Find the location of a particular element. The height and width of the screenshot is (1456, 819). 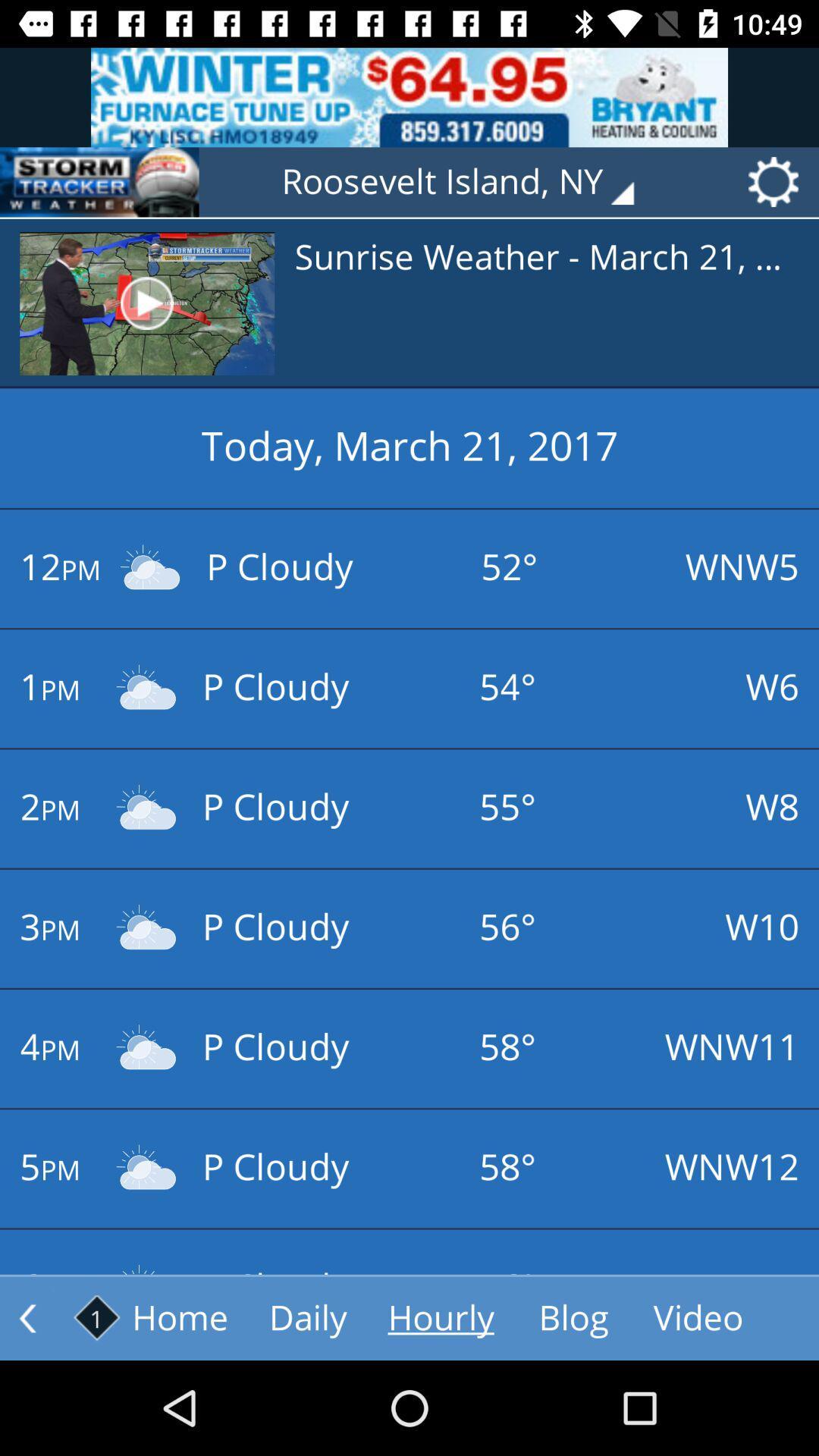

scroll menu left is located at coordinates (27, 1317).